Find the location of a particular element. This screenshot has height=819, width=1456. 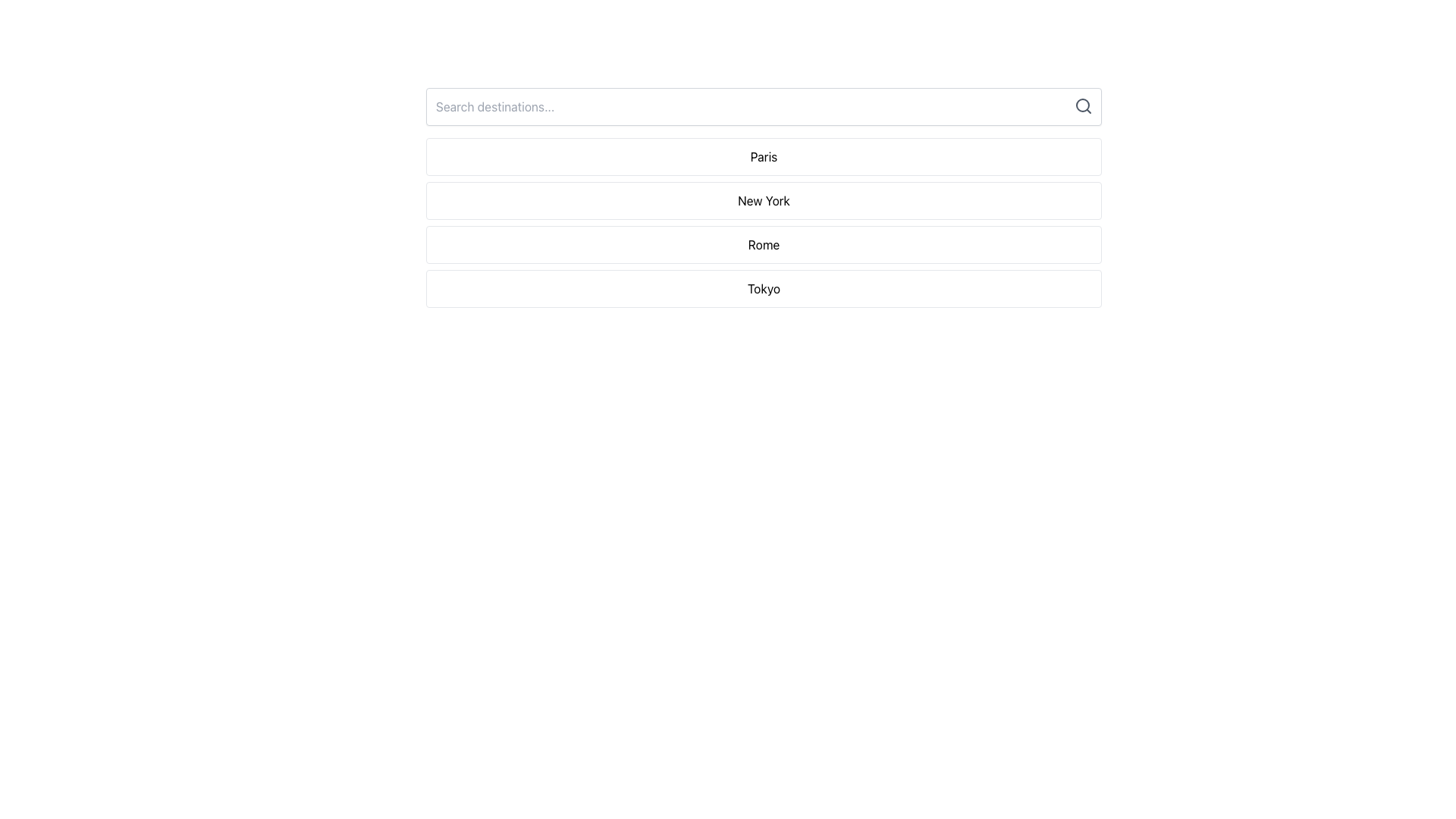

the label displaying 'Rome', which is the third option in a vertical list of four options is located at coordinates (764, 244).